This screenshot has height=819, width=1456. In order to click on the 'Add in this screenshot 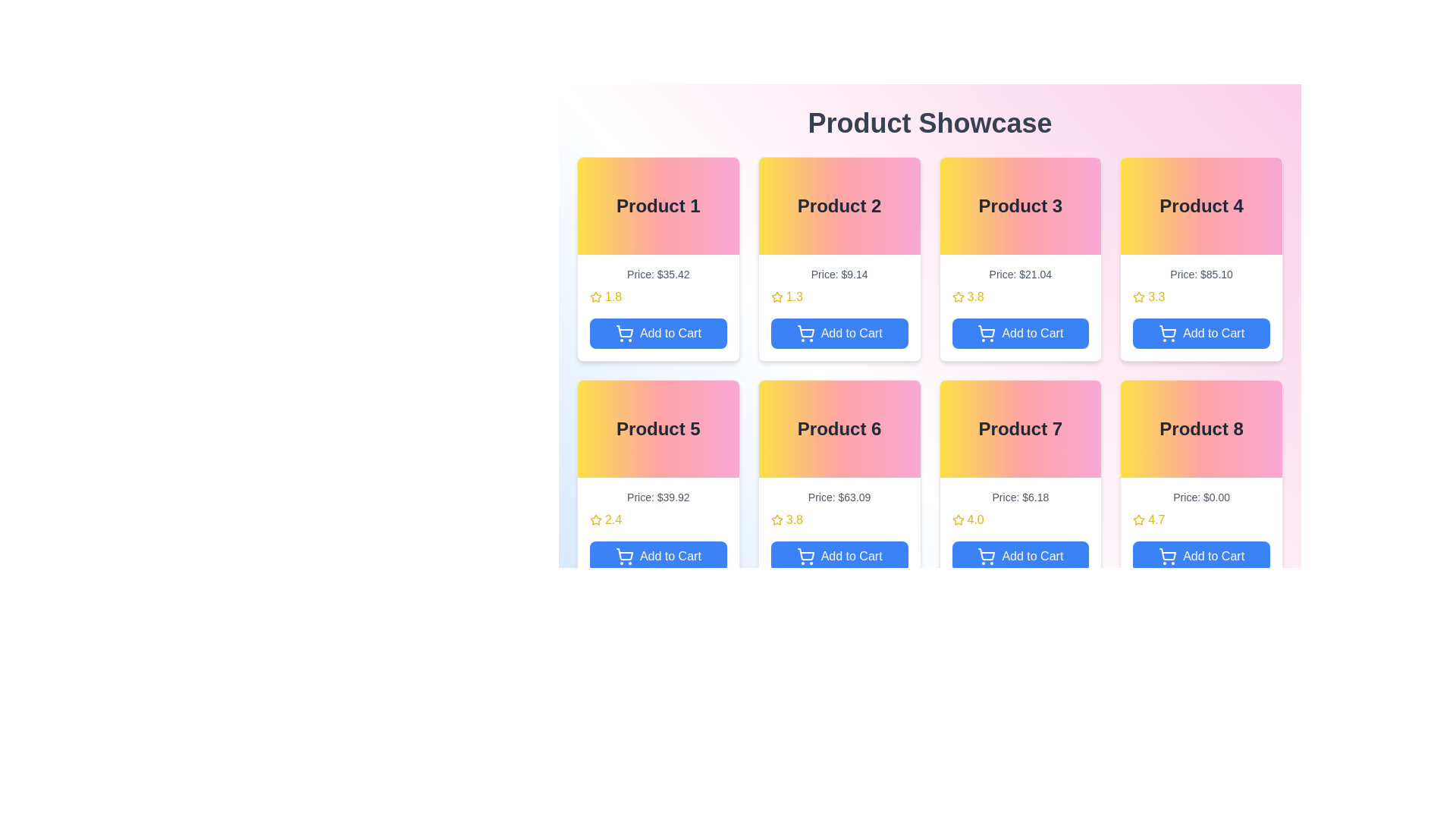, I will do `click(987, 332)`.